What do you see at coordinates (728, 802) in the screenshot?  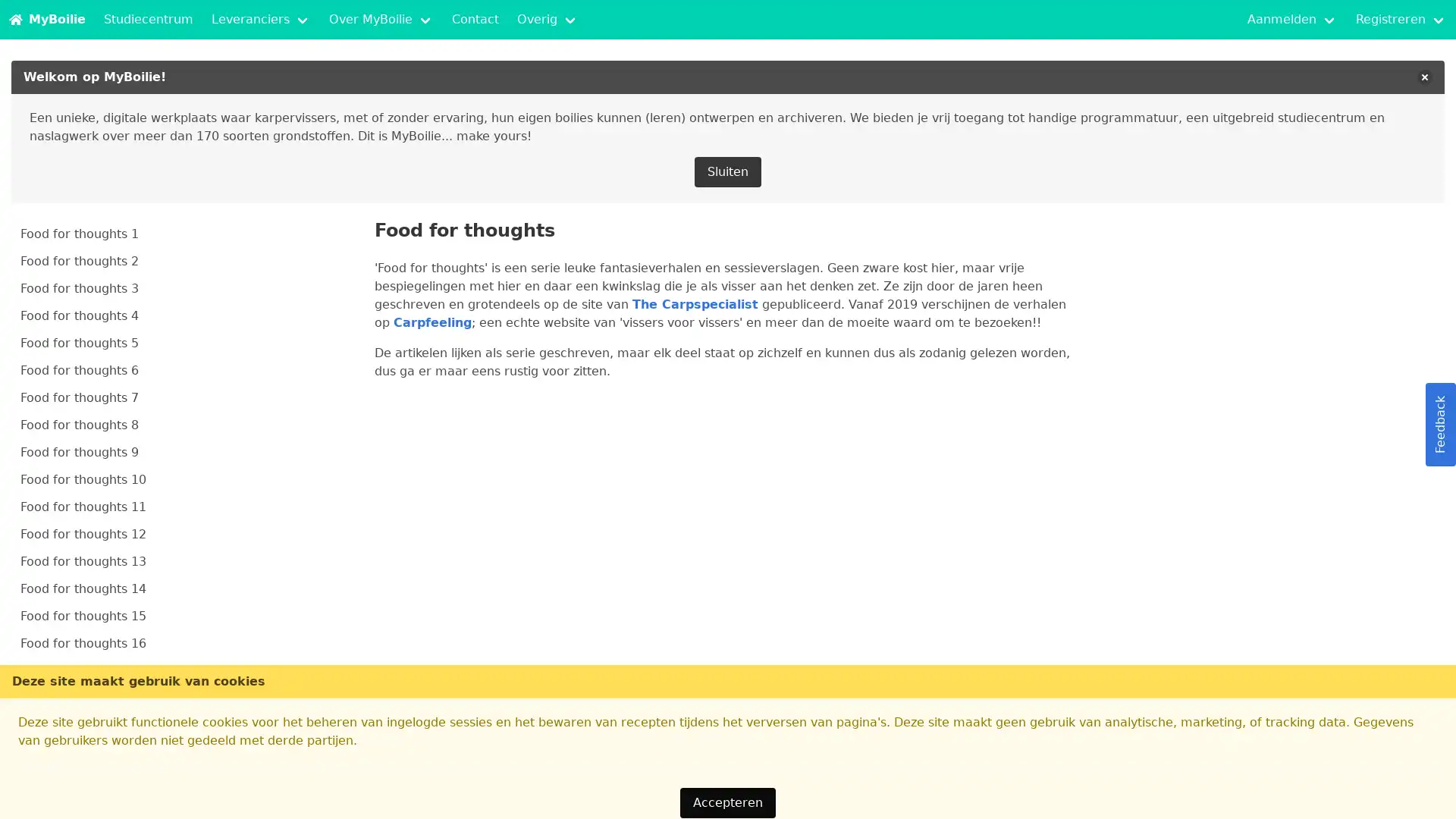 I see `Accepteren` at bounding box center [728, 802].